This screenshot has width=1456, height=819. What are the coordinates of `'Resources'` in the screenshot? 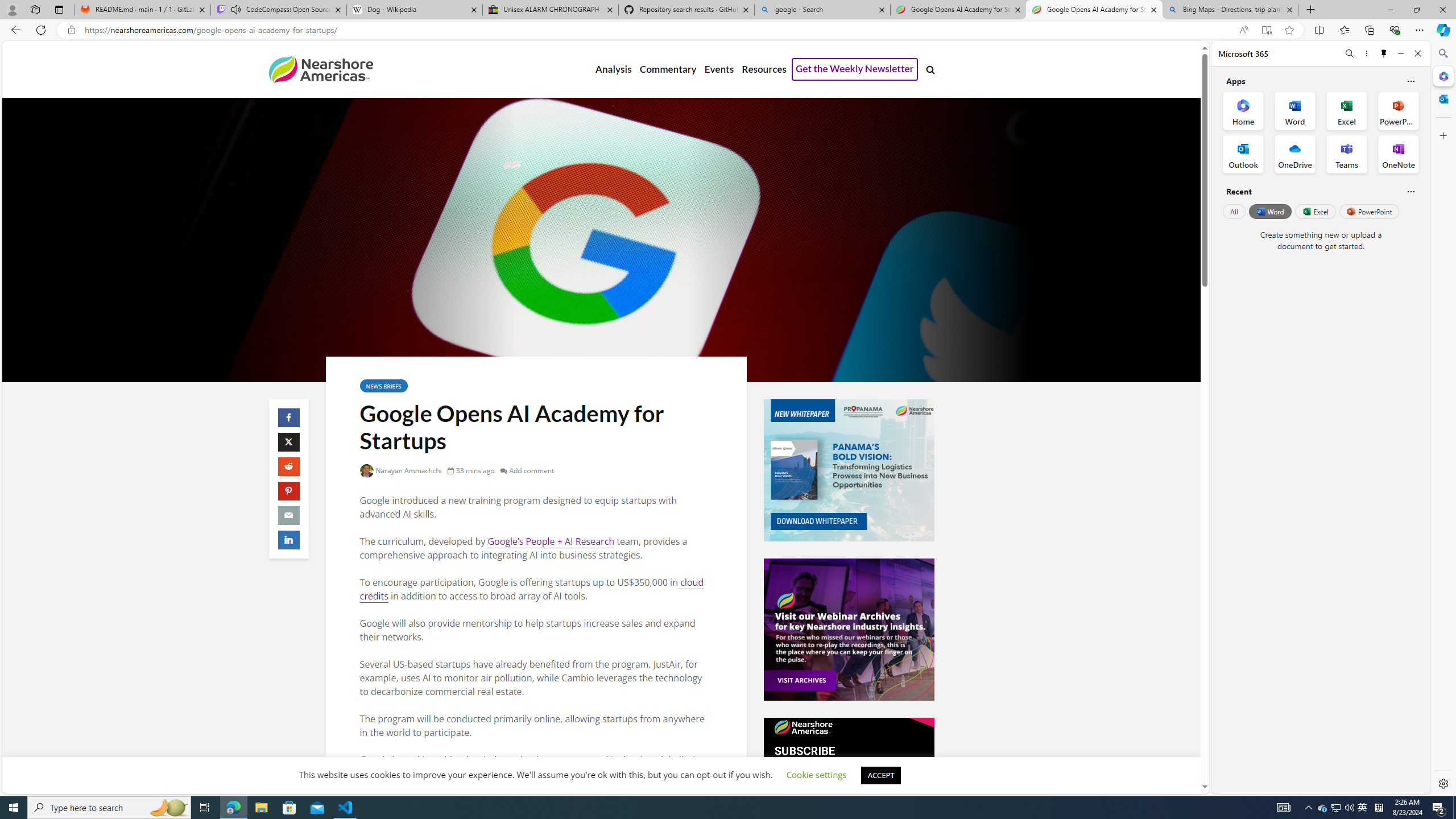 It's located at (763, 69).